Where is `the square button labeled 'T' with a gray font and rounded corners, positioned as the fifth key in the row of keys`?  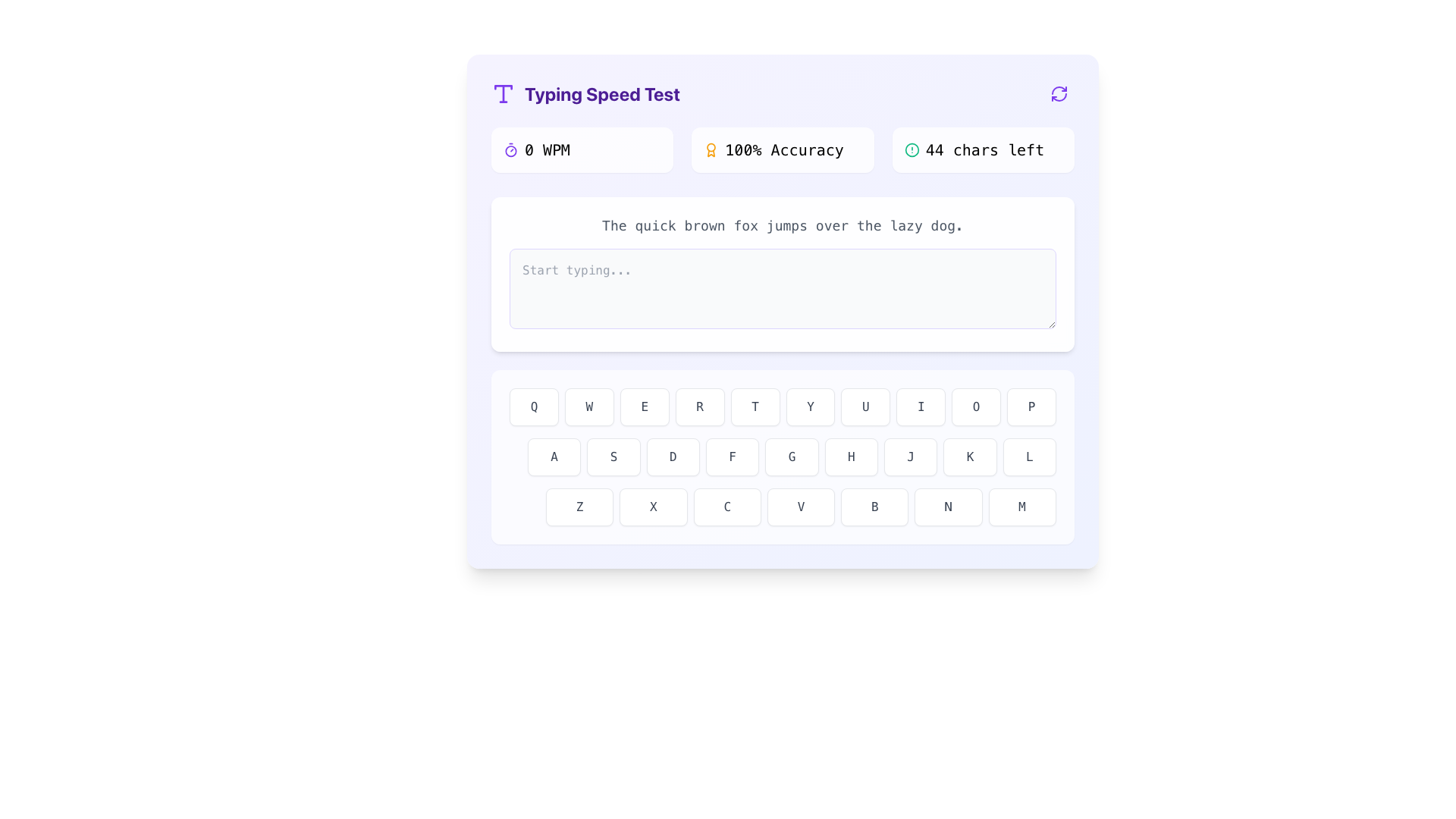
the square button labeled 'T' with a gray font and rounded corners, positioned as the fifth key in the row of keys is located at coordinates (755, 406).